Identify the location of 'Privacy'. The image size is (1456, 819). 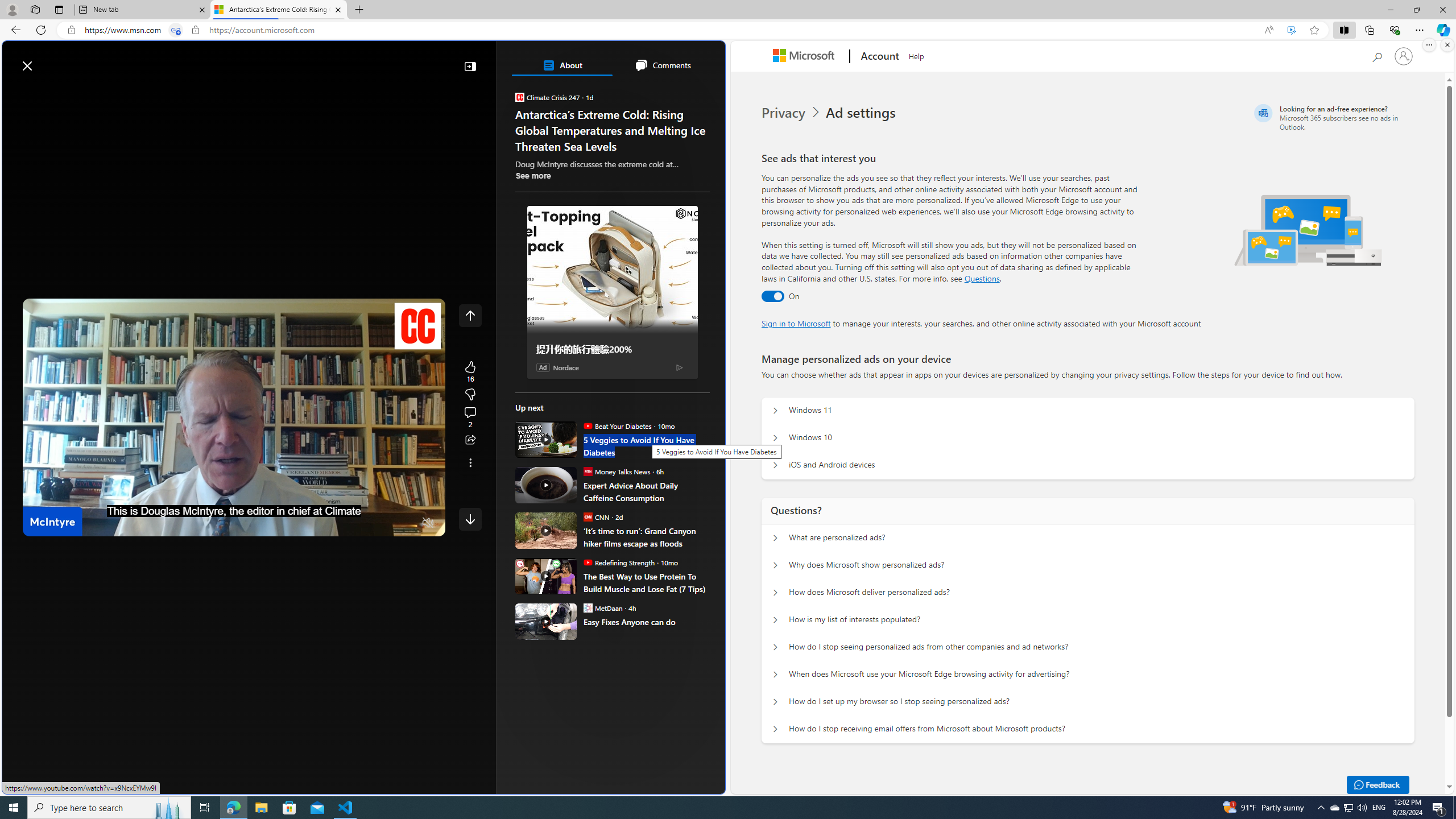
(784, 113).